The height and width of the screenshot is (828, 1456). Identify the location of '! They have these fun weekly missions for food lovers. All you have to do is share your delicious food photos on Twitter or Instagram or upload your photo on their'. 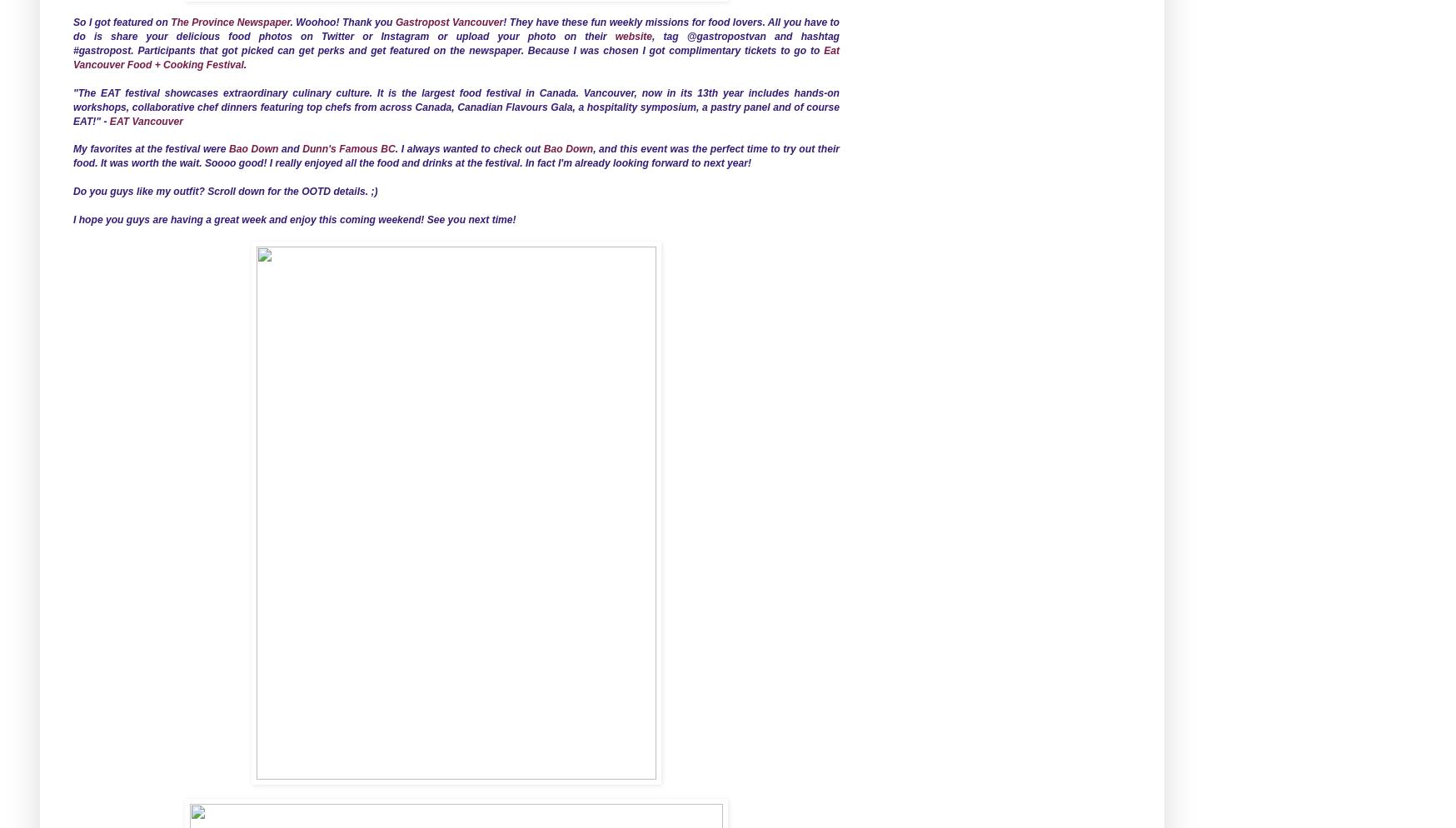
(456, 29).